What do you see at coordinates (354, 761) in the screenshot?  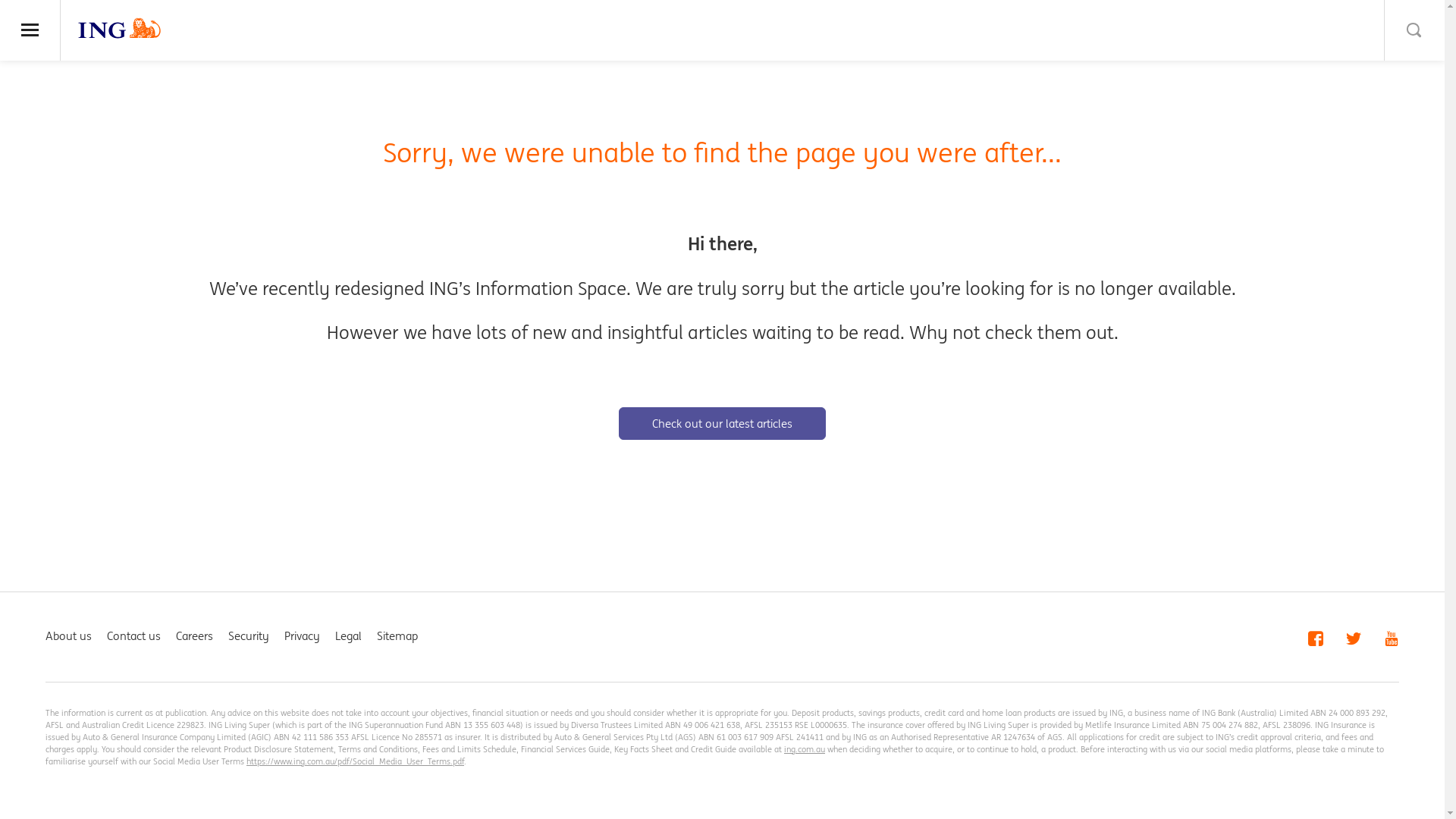 I see `'https://www.ing.com.au/pdf/Social_Media_User_Terms.pdf'` at bounding box center [354, 761].